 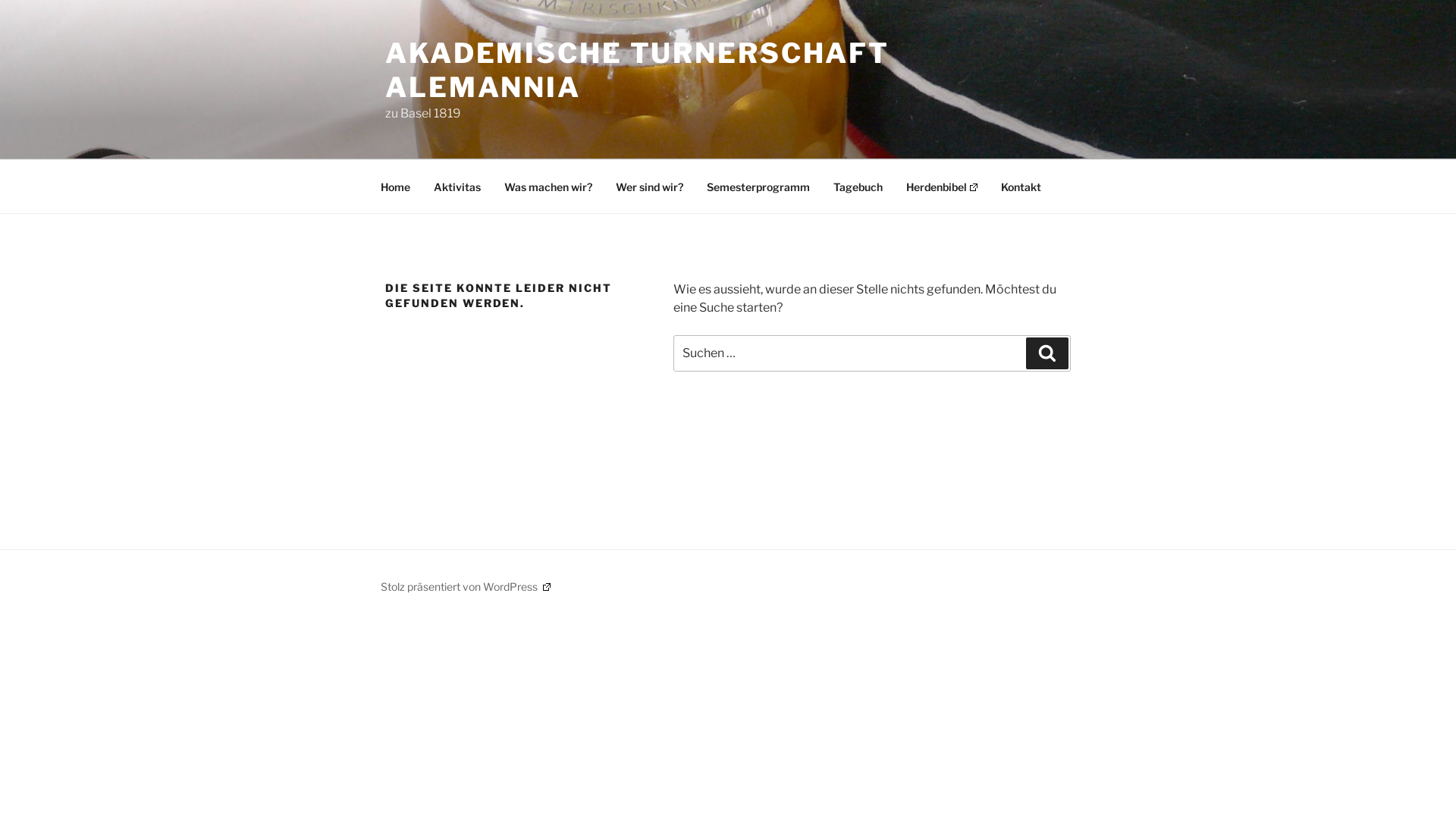 I want to click on 'Wer sind wir?', so click(x=604, y=186).